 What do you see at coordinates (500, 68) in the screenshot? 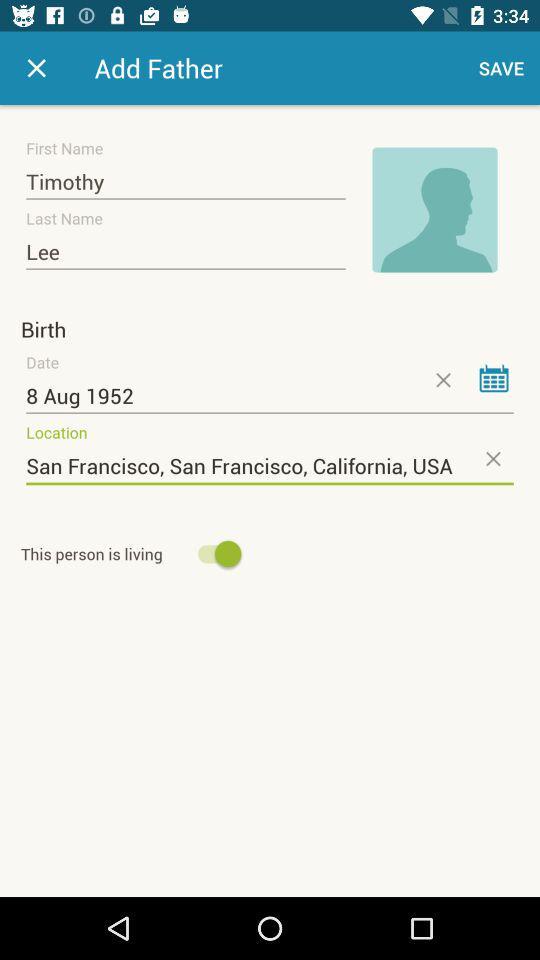
I see `the save` at bounding box center [500, 68].